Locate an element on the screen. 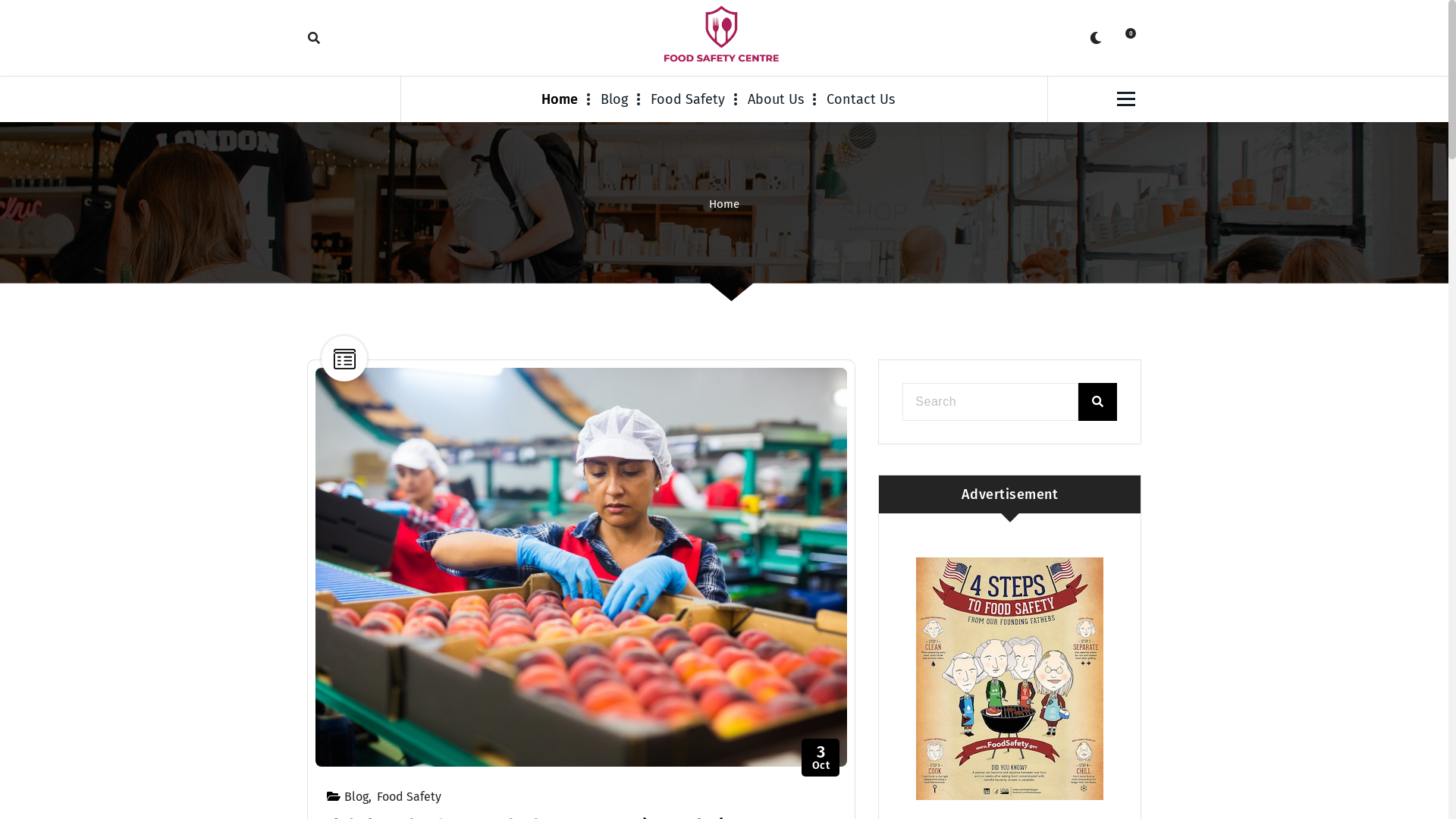  '3 is located at coordinates (820, 758).